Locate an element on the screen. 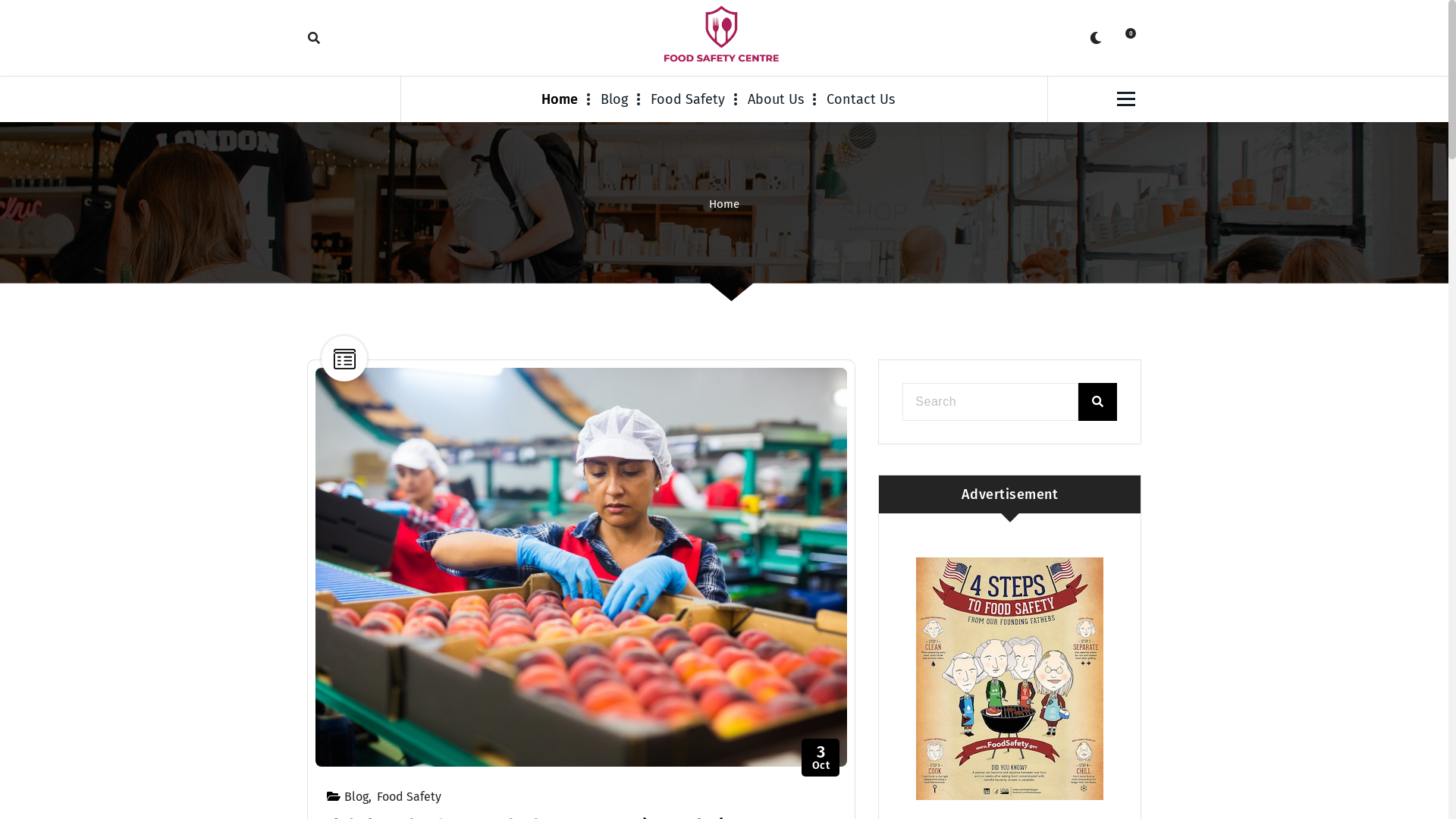  '3 is located at coordinates (820, 758).